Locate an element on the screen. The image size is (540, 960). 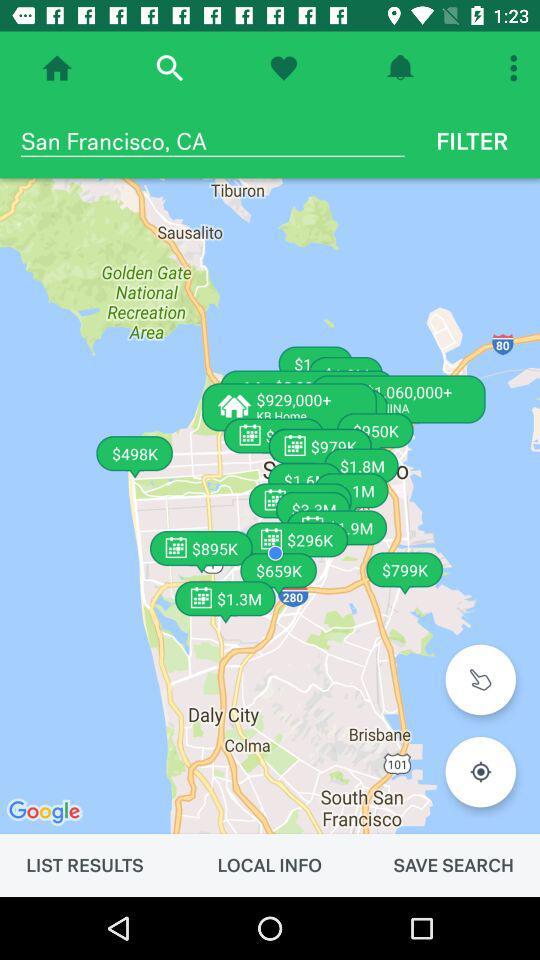
the filter is located at coordinates (472, 140).